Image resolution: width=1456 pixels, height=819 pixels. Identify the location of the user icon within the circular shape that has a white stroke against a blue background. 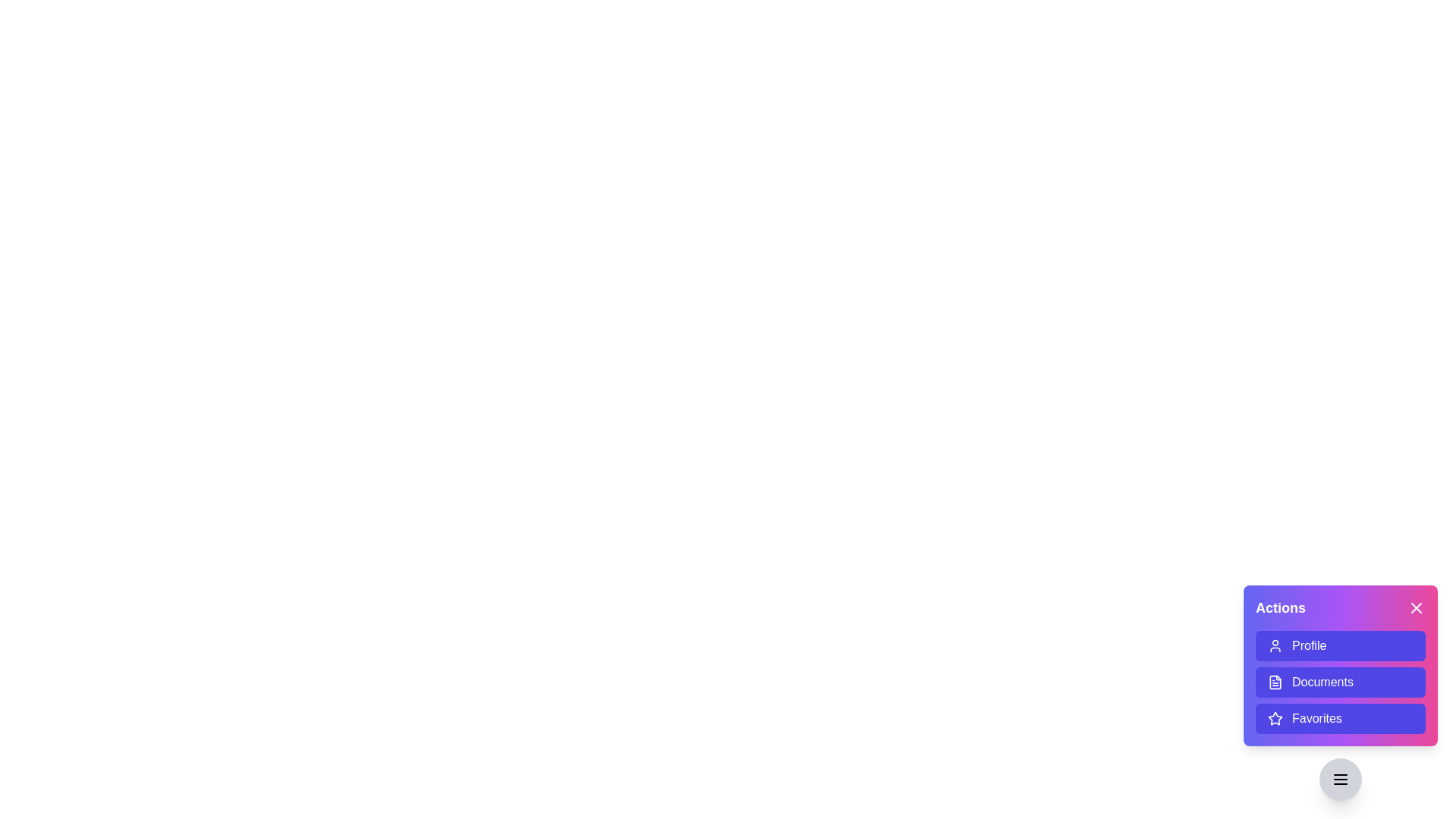
(1274, 646).